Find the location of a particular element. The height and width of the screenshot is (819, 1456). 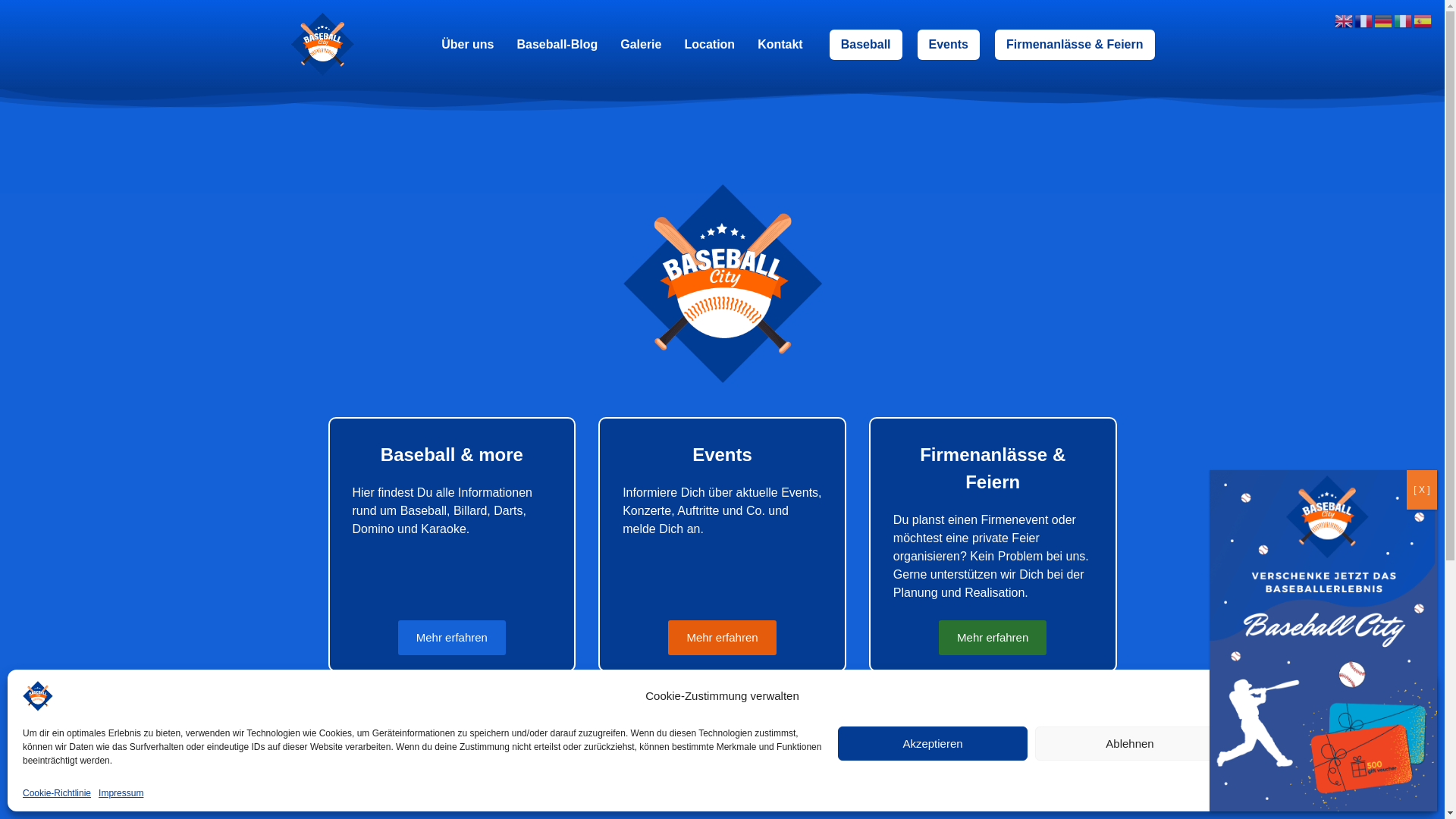

'French' is located at coordinates (1364, 20).